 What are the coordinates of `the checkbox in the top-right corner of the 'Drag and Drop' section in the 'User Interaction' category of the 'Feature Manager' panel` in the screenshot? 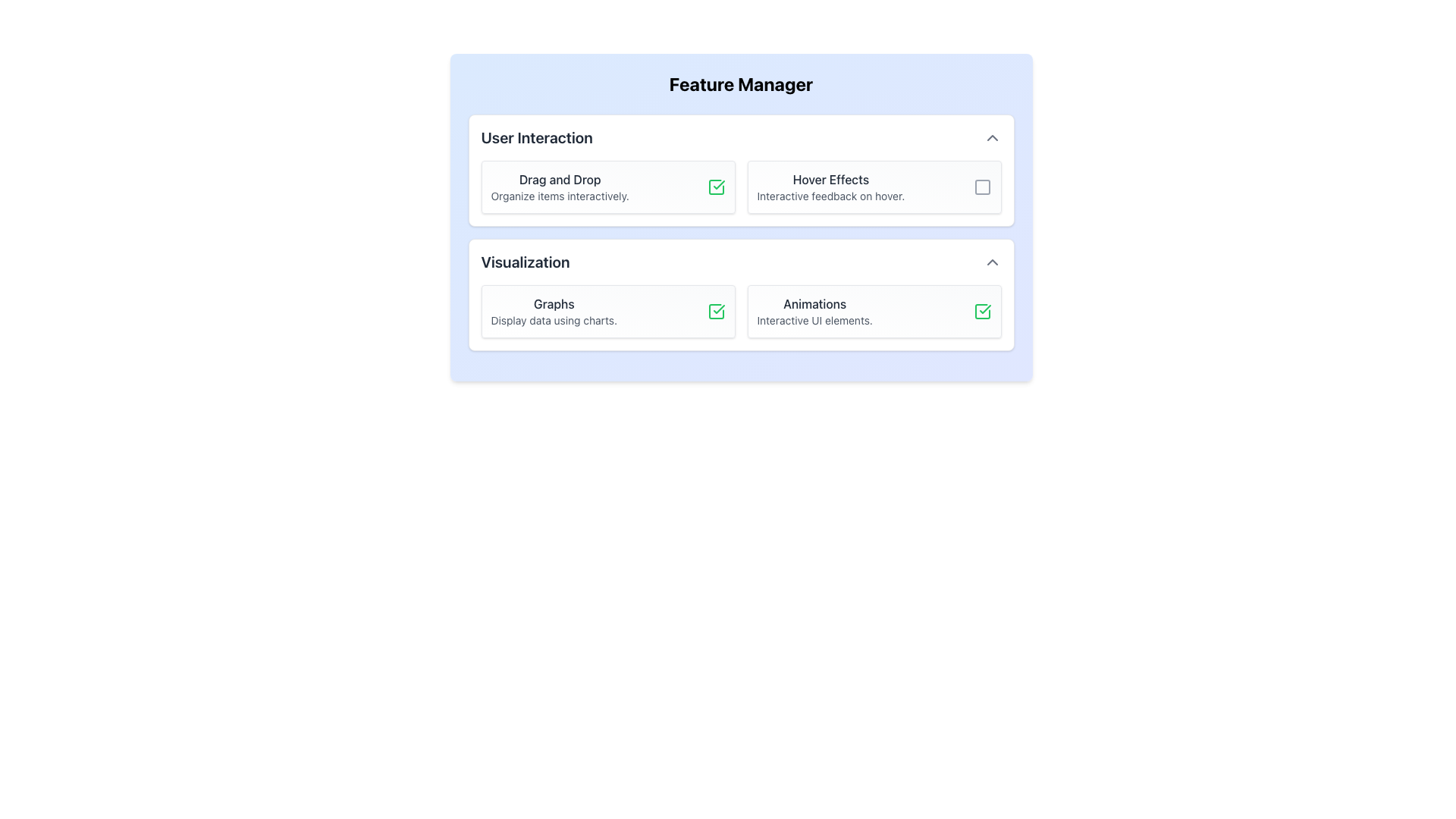 It's located at (715, 186).